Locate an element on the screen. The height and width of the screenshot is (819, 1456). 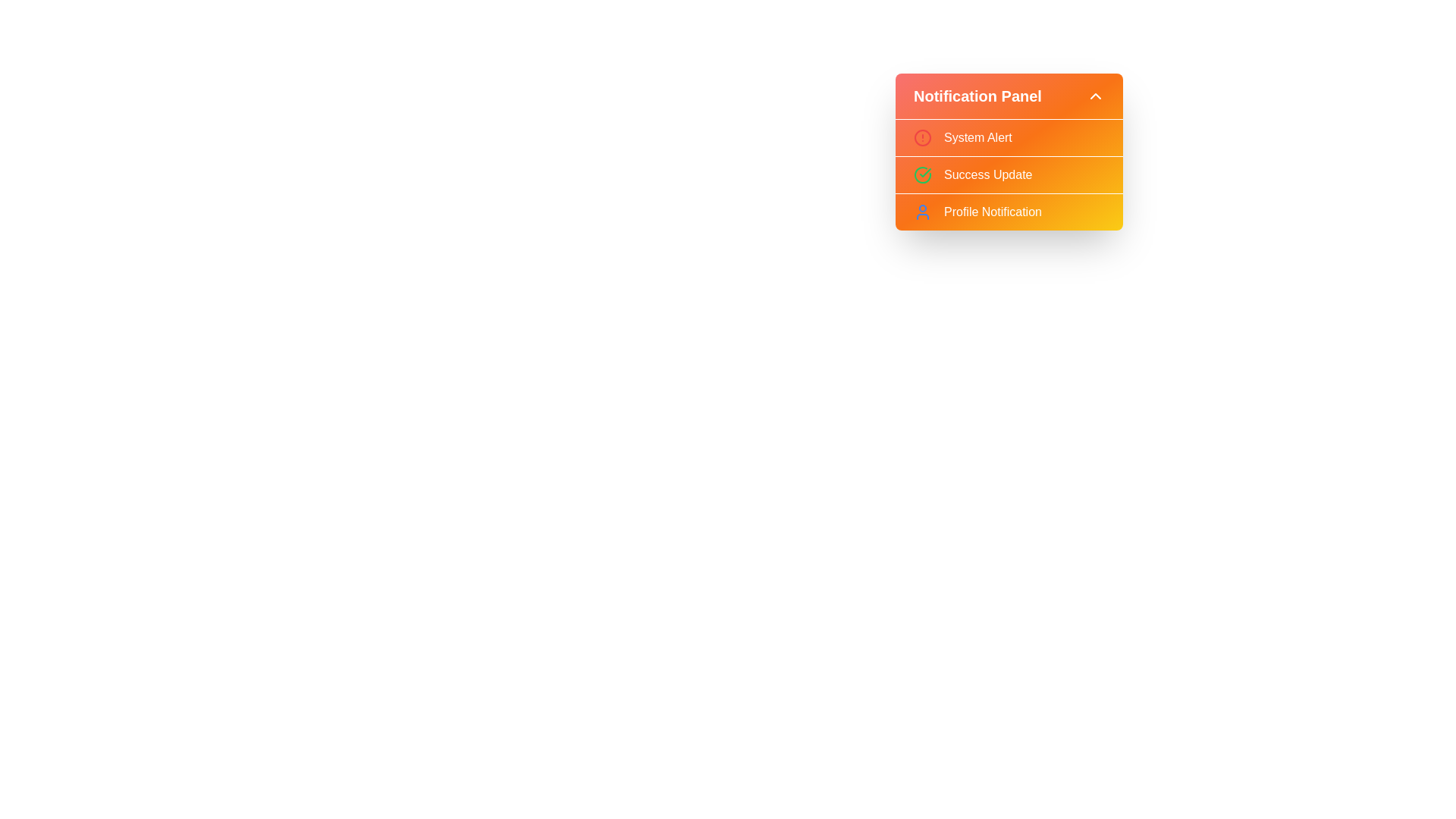
the notification item Success Update to trigger the visual feedback is located at coordinates (1009, 174).